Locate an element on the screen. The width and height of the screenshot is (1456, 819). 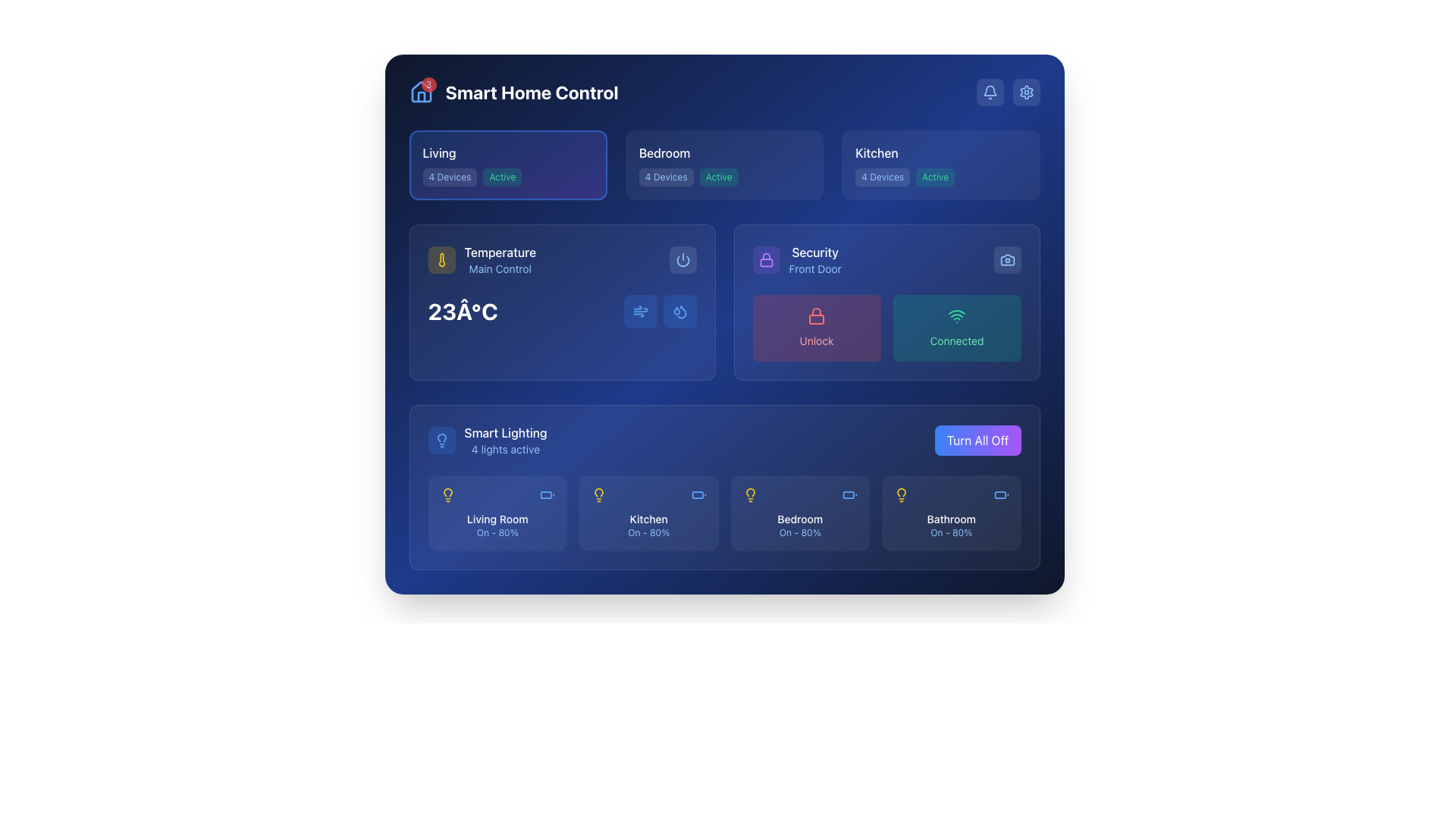
the lightbulb and battery icons in the icon group located in the middle portion of the 'Bedroom' card for information is located at coordinates (799, 494).